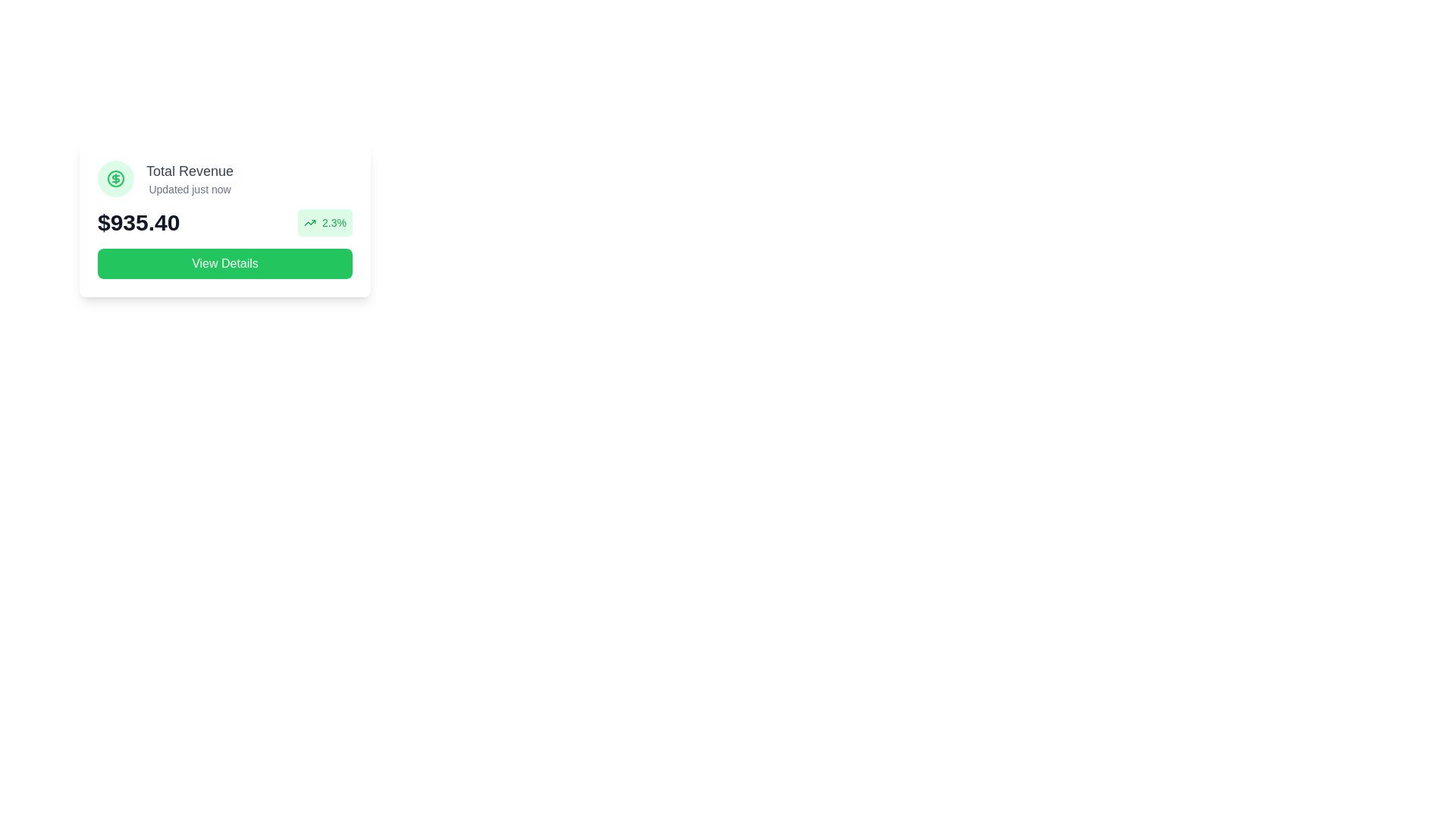  I want to click on the 'Total Revenue' text label which consists of two lines, with the top line in a larger, darker font and the bottom line in a smaller, lighter font, located in the top-left corner of the informational card, so click(189, 177).